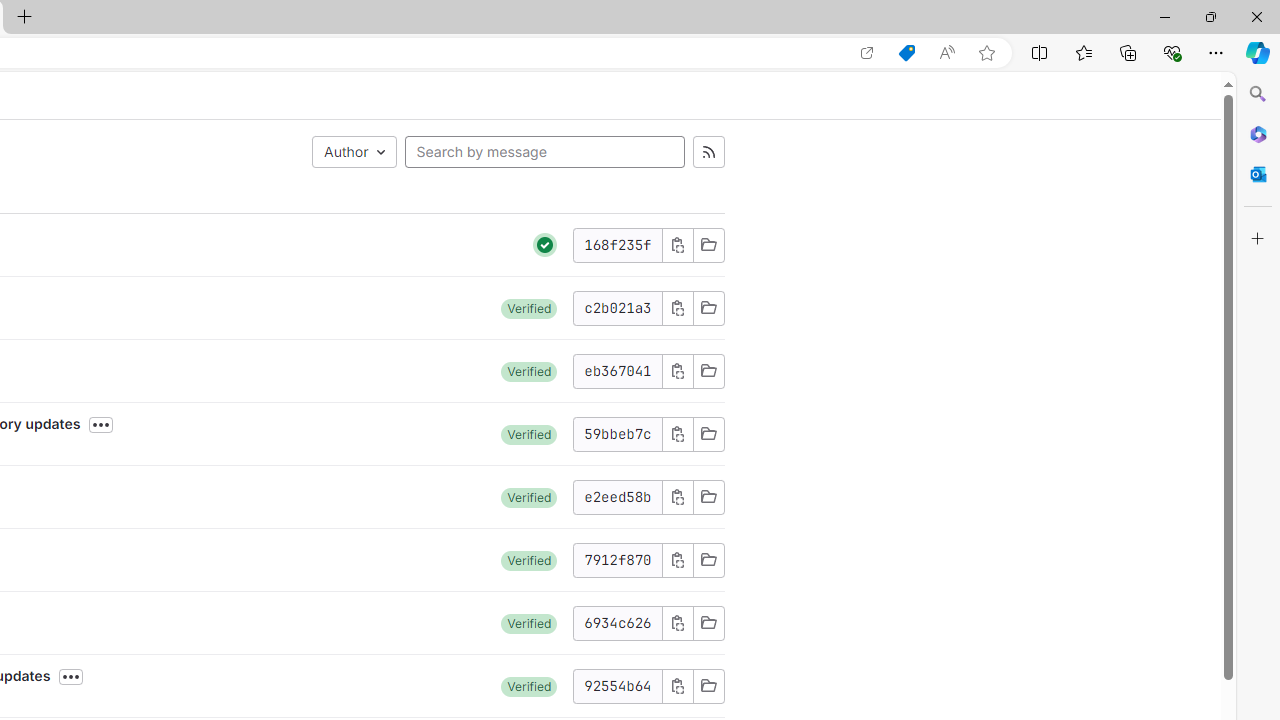  What do you see at coordinates (1257, 238) in the screenshot?
I see `'Customize'` at bounding box center [1257, 238].